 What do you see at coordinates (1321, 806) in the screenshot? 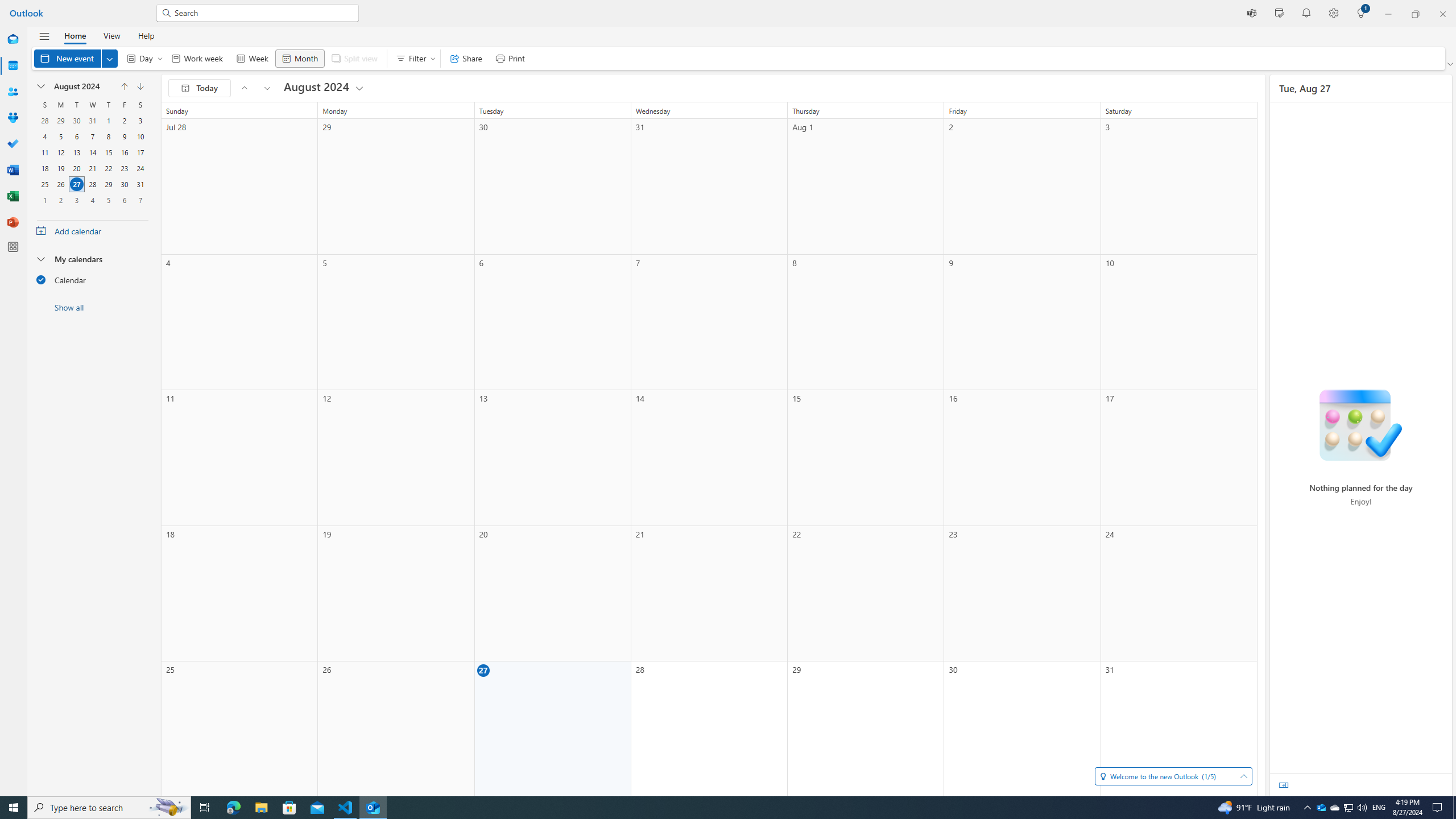
I see `'System Promoted Notification Area'` at bounding box center [1321, 806].